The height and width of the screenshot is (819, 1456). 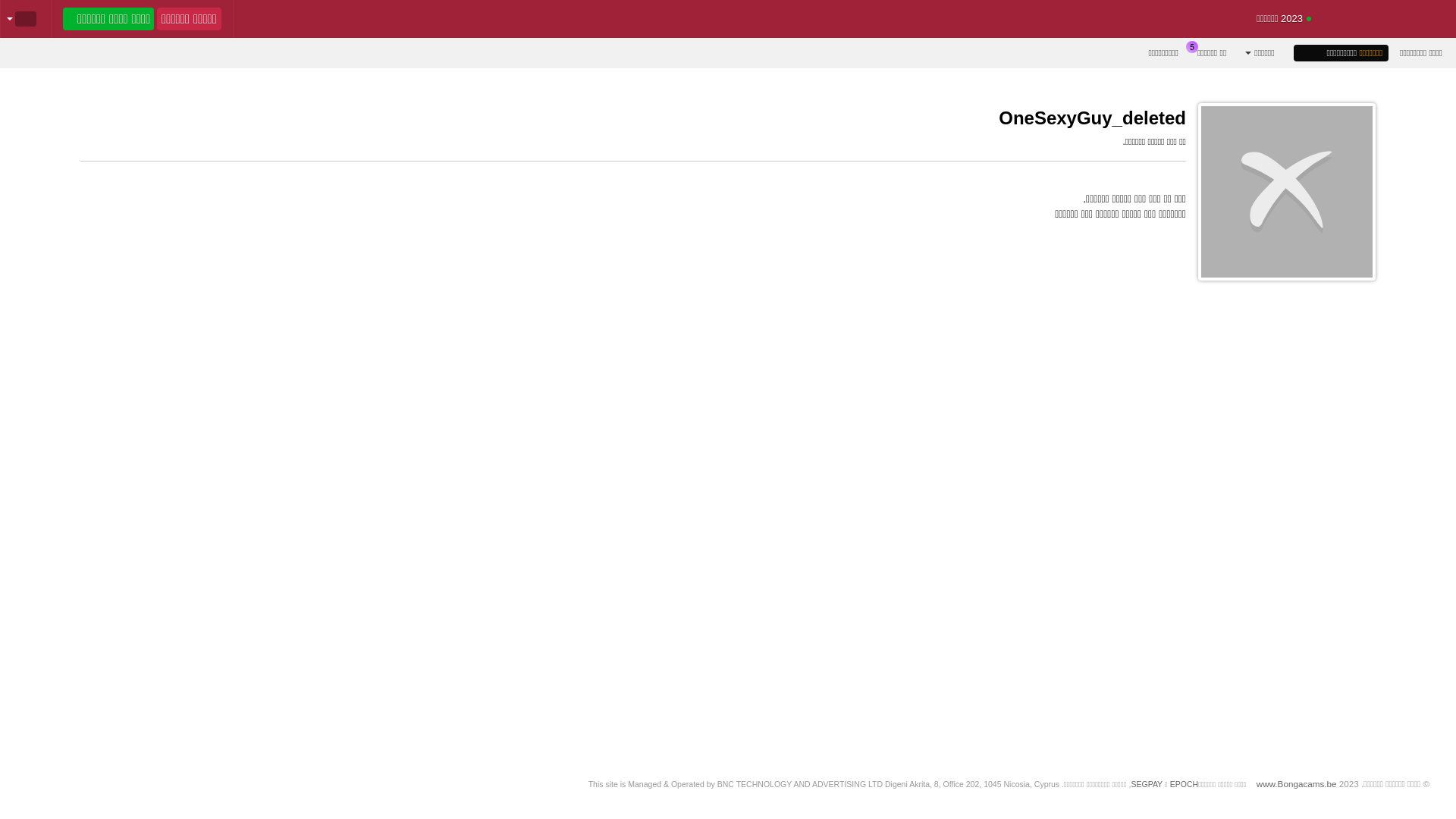 I want to click on 'Association of Sites Advocating Child Protection', so click(x=1098, y=802).